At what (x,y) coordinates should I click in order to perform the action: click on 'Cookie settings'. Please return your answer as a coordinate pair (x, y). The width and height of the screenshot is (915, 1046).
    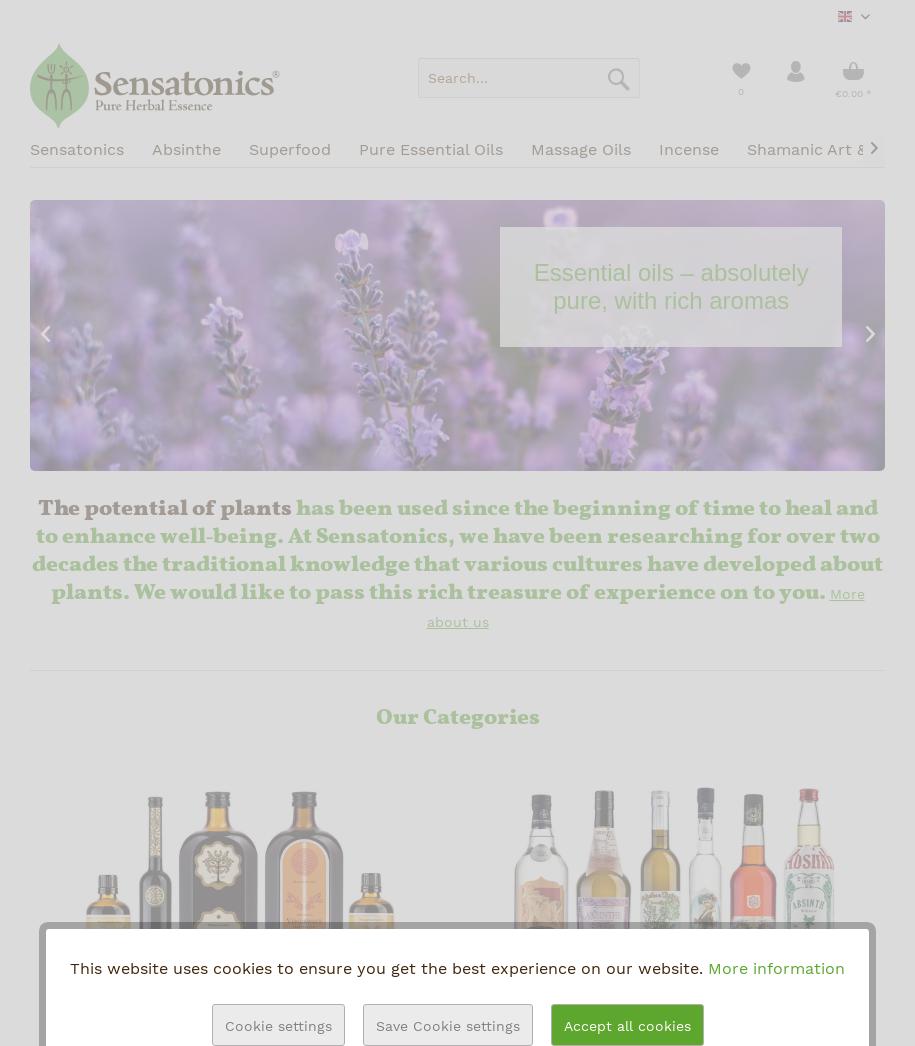
    Looking at the image, I should click on (276, 1026).